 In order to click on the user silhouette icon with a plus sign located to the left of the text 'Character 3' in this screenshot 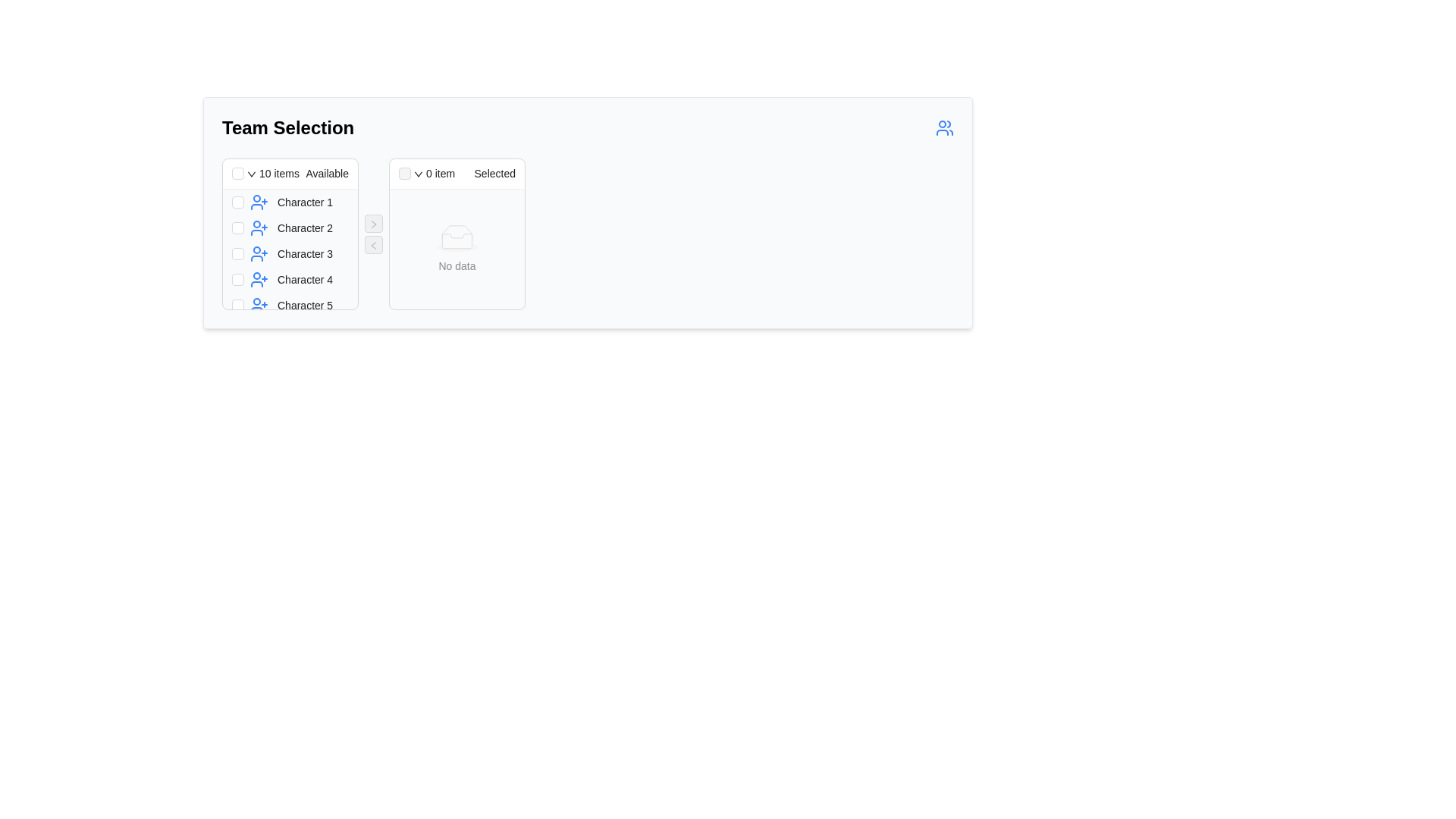, I will do `click(259, 253)`.